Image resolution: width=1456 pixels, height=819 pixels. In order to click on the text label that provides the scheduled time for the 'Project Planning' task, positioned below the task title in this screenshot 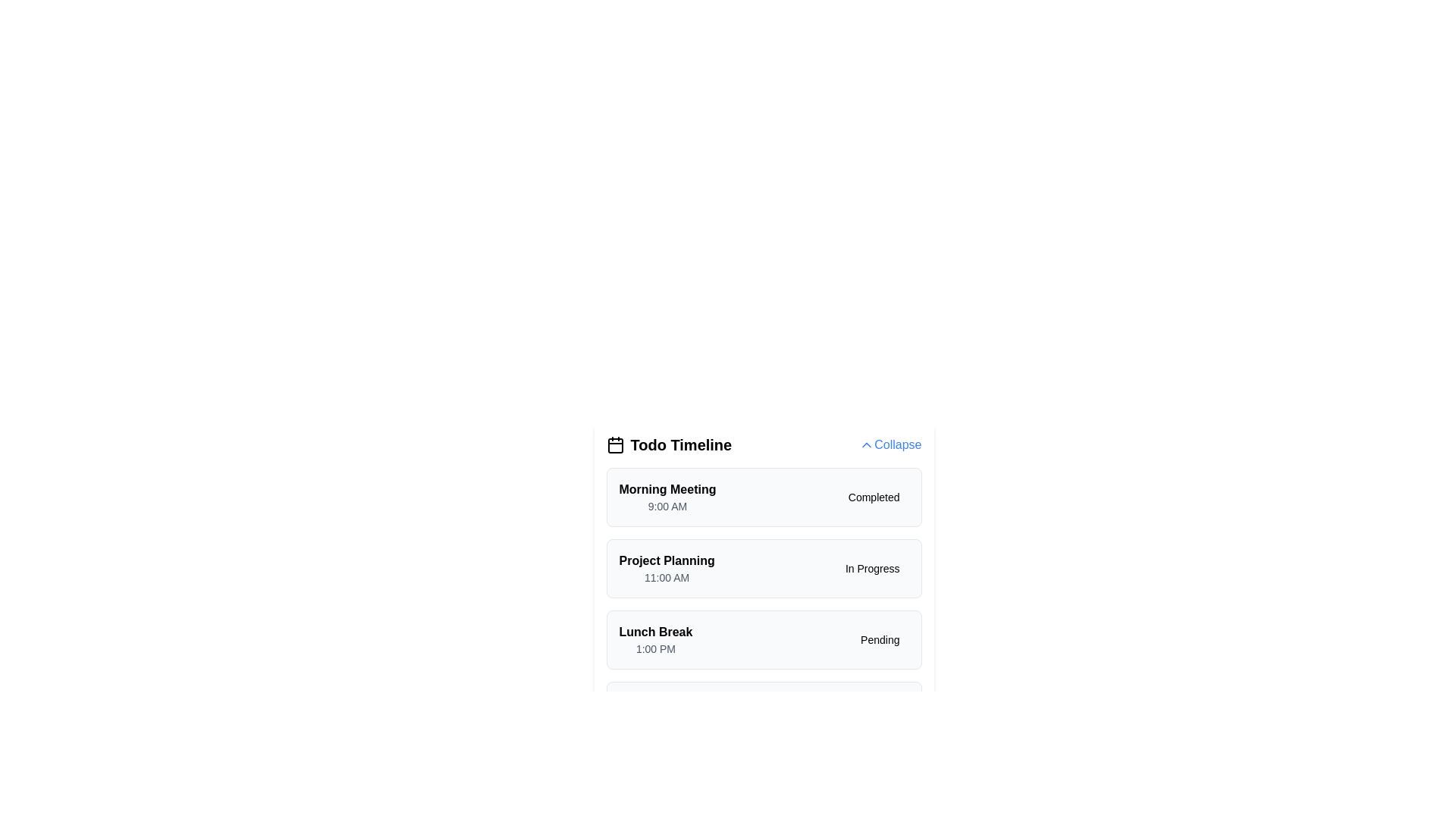, I will do `click(667, 578)`.